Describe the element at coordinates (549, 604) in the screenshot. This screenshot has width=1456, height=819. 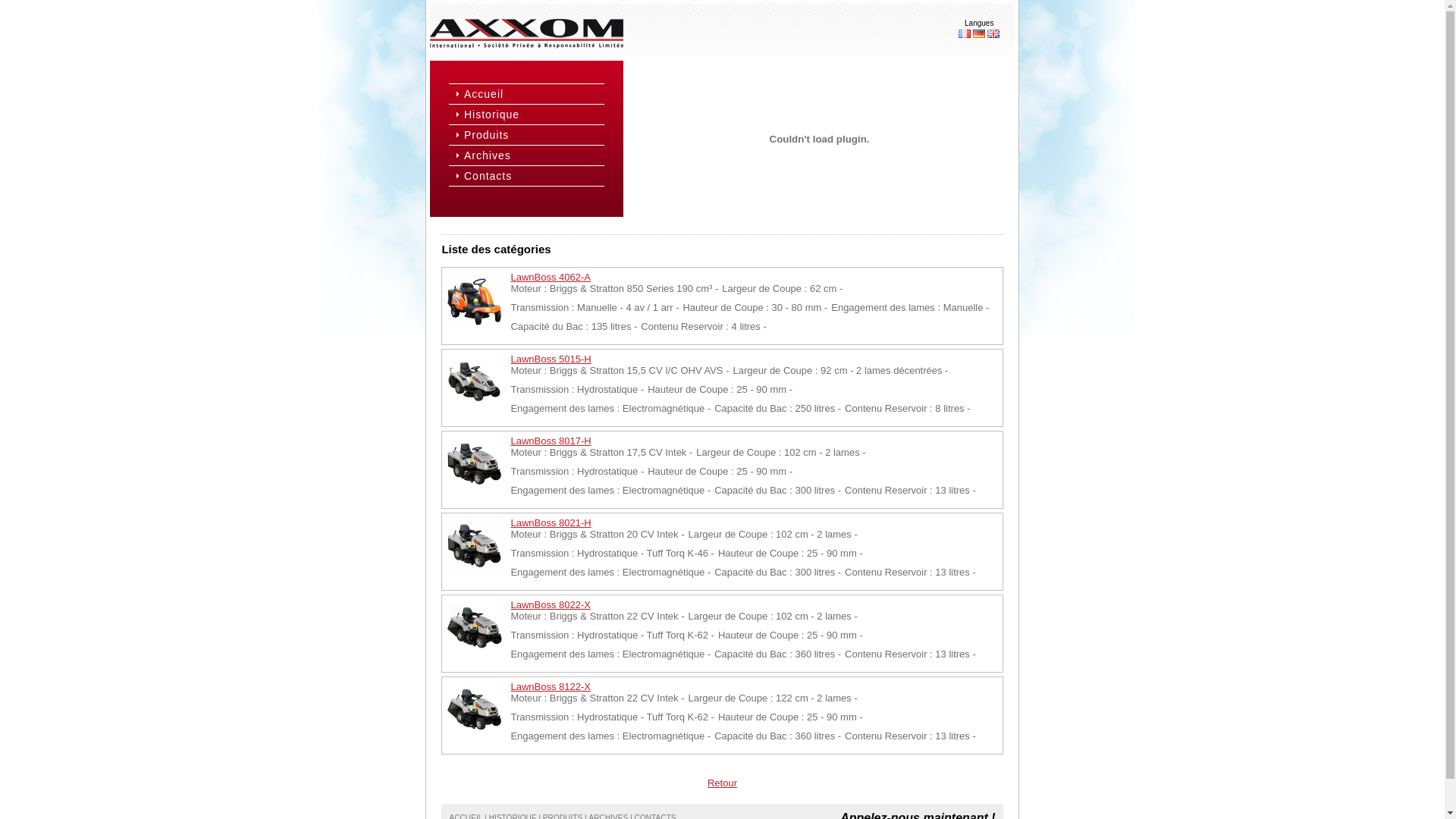
I see `'LawnBoss 8022-X'` at that location.